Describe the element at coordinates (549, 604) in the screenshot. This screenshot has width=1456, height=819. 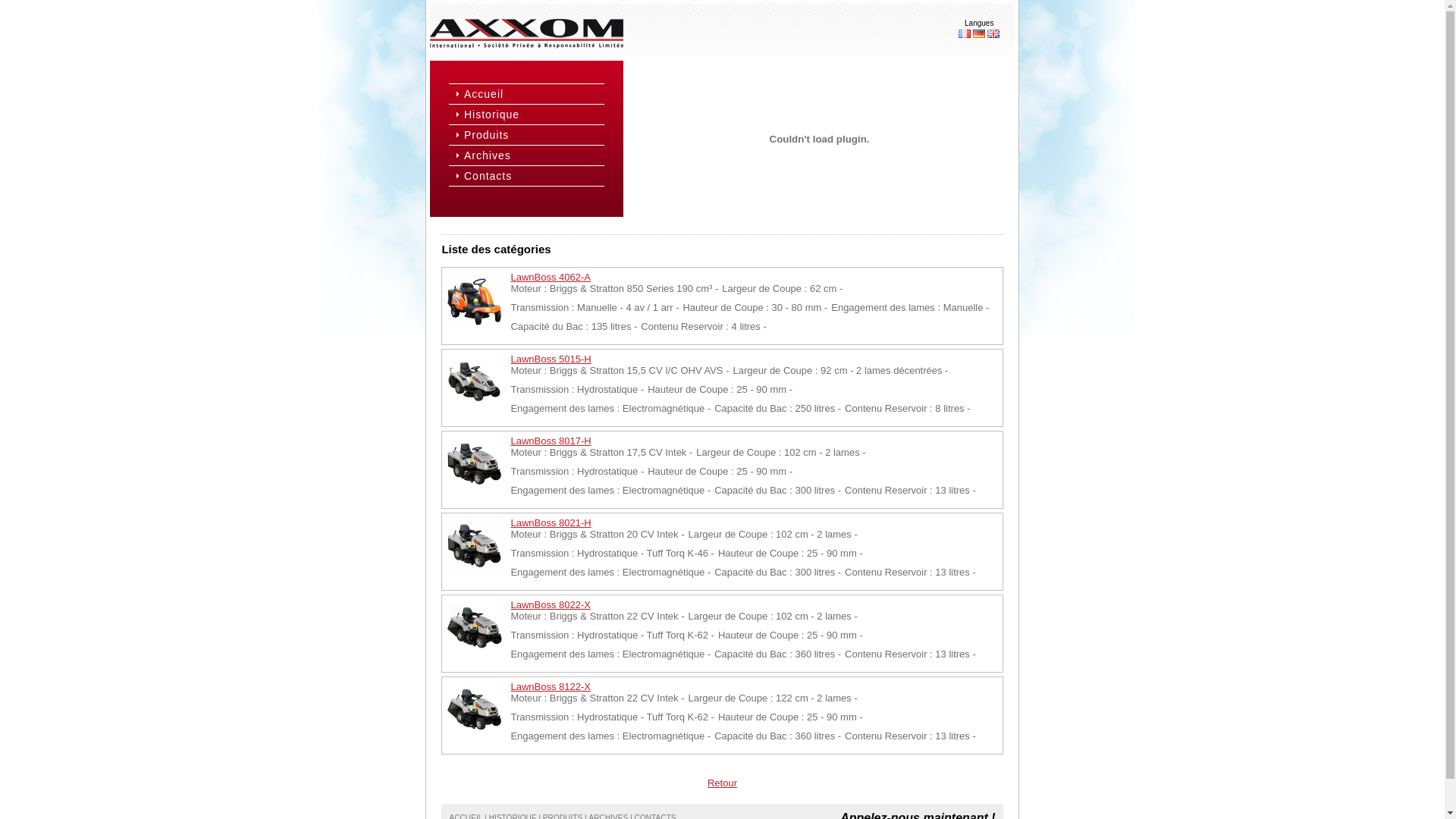
I see `'LawnBoss 8022-X'` at that location.